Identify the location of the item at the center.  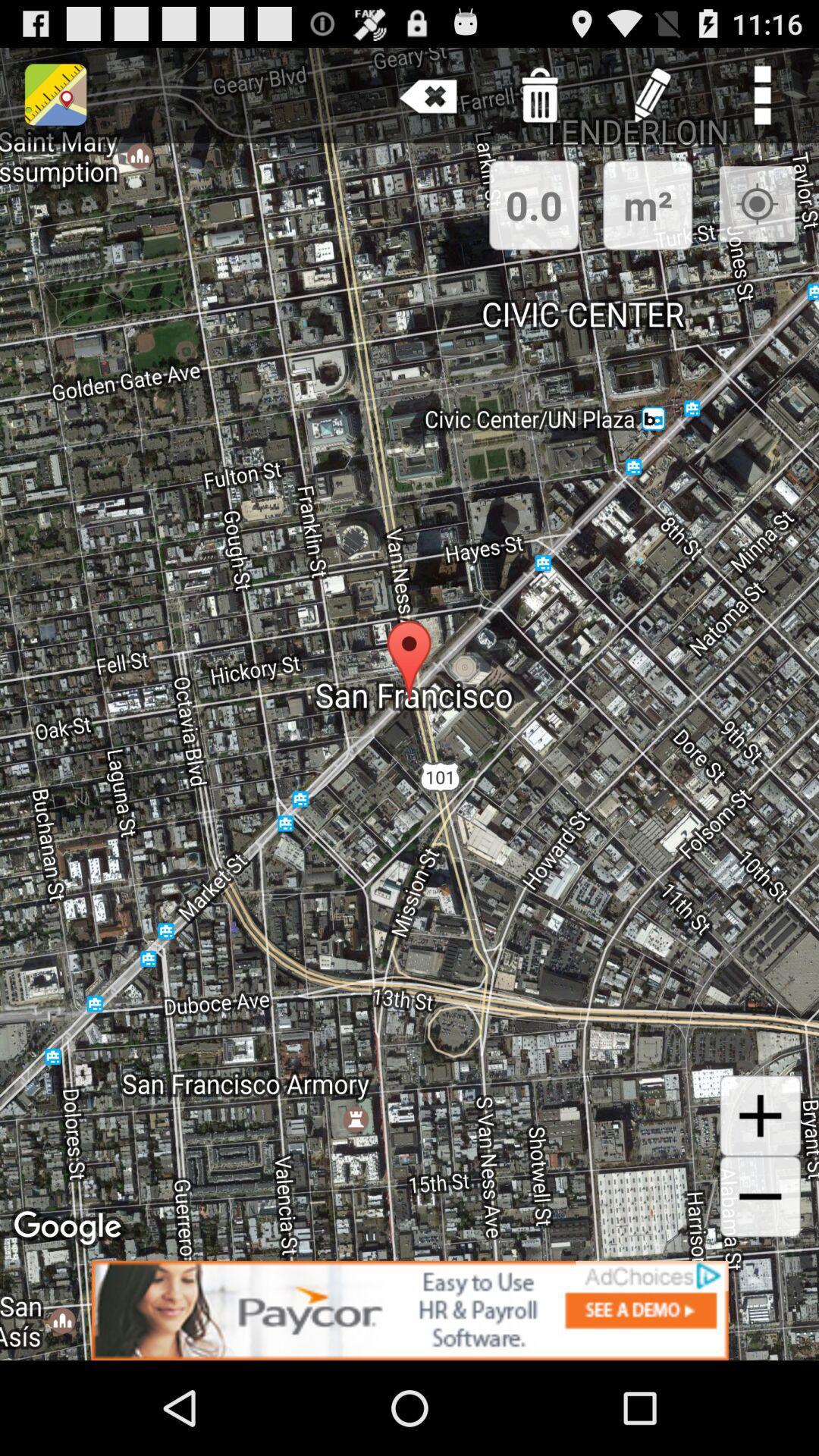
(409, 703).